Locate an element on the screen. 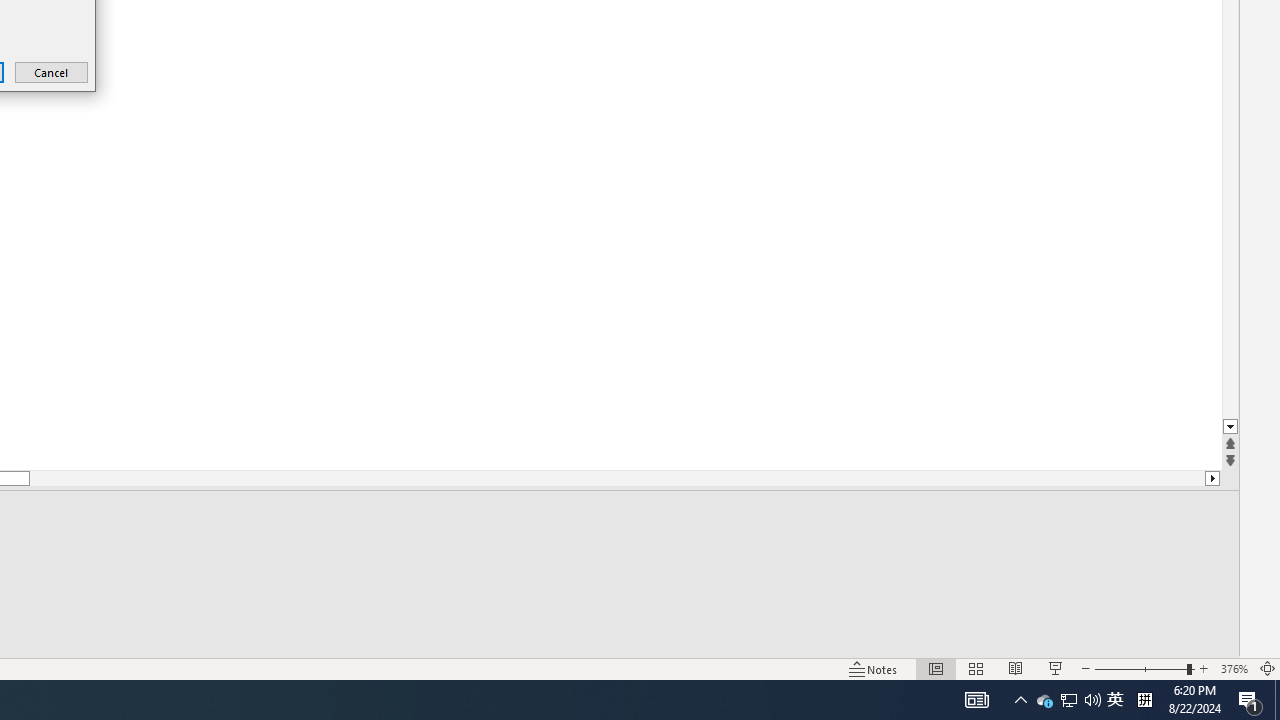  'Line down' is located at coordinates (1229, 426).